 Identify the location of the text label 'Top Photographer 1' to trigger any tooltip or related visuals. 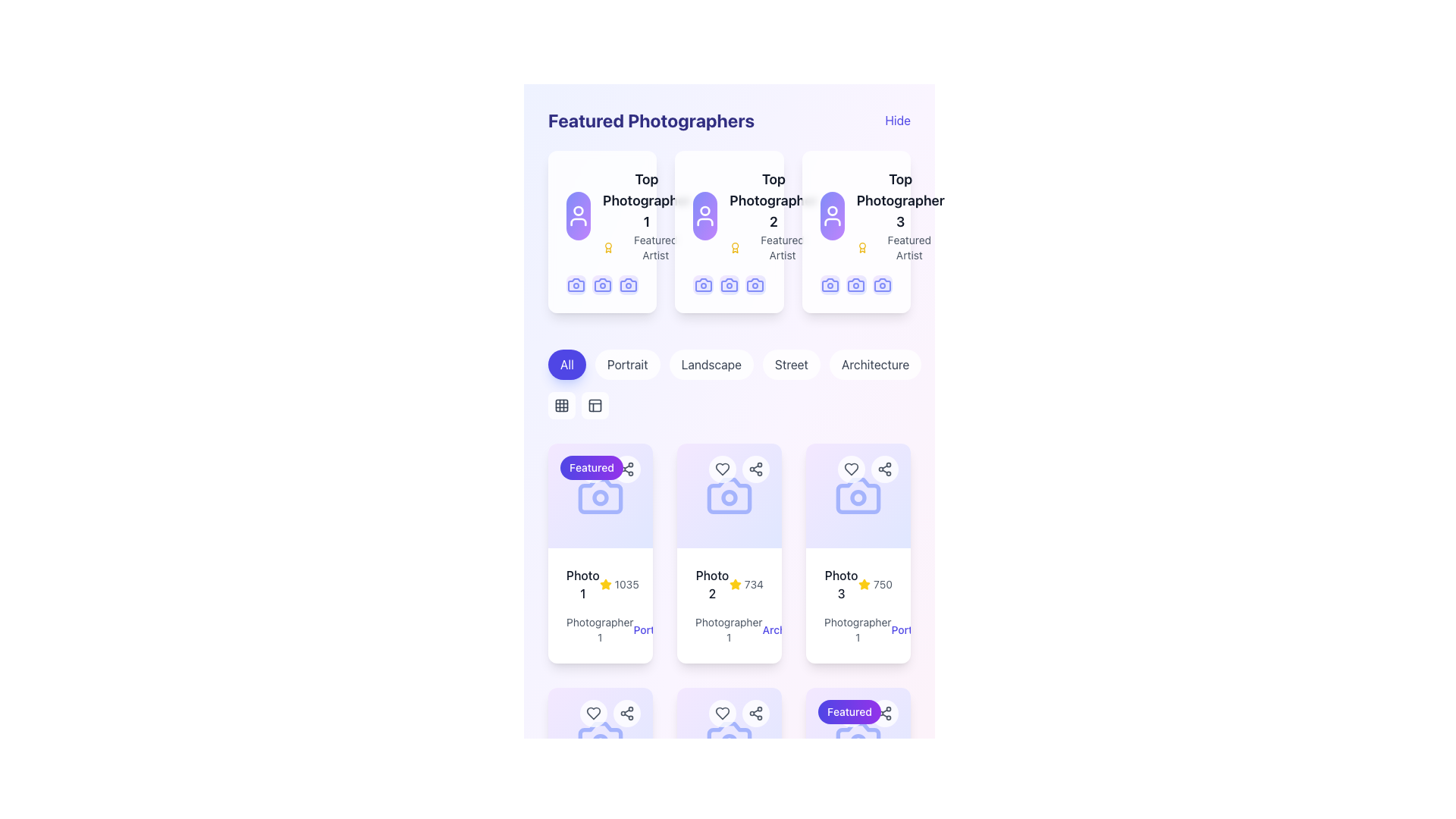
(647, 200).